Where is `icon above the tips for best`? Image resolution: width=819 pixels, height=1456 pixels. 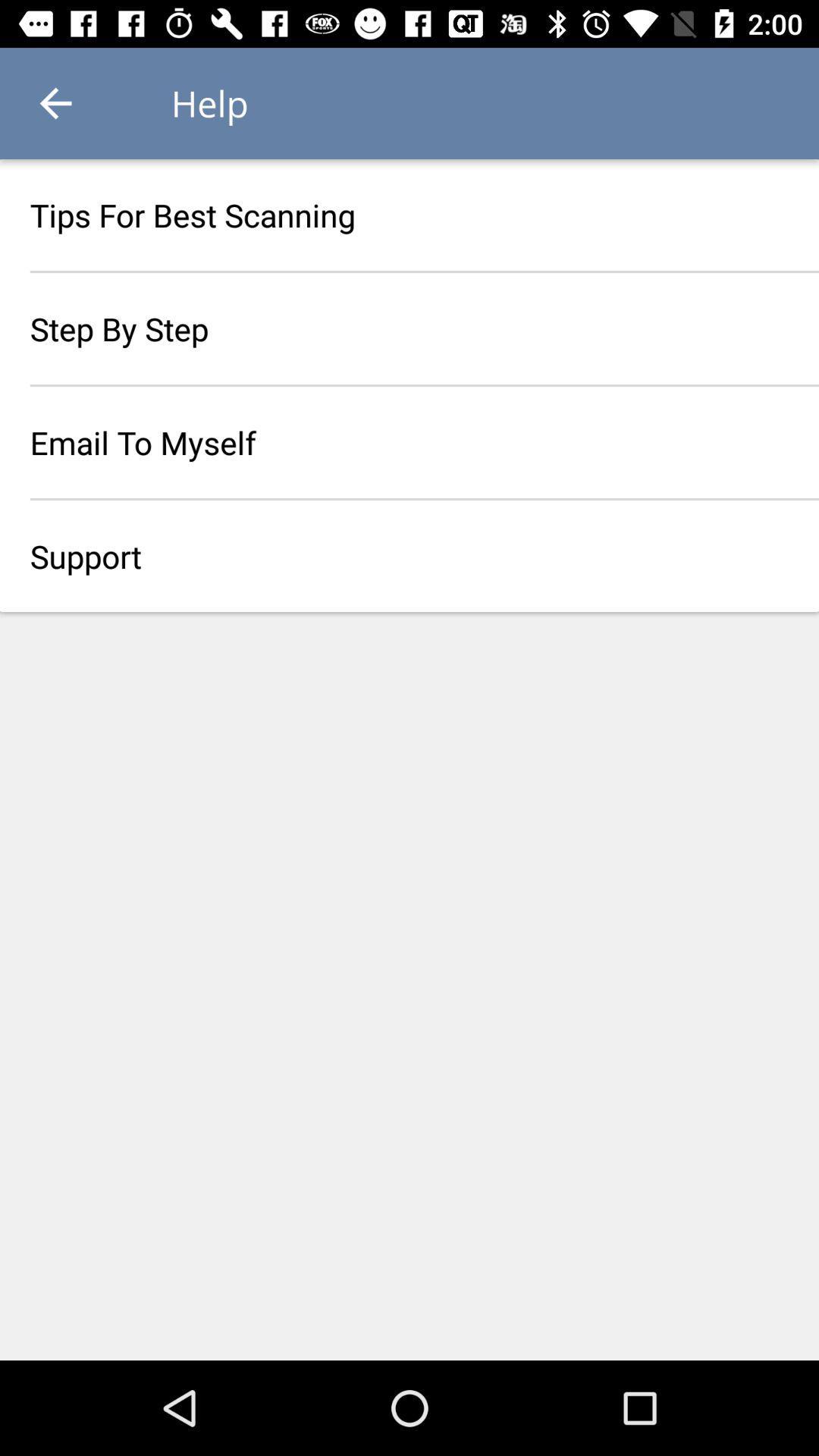 icon above the tips for best is located at coordinates (55, 102).